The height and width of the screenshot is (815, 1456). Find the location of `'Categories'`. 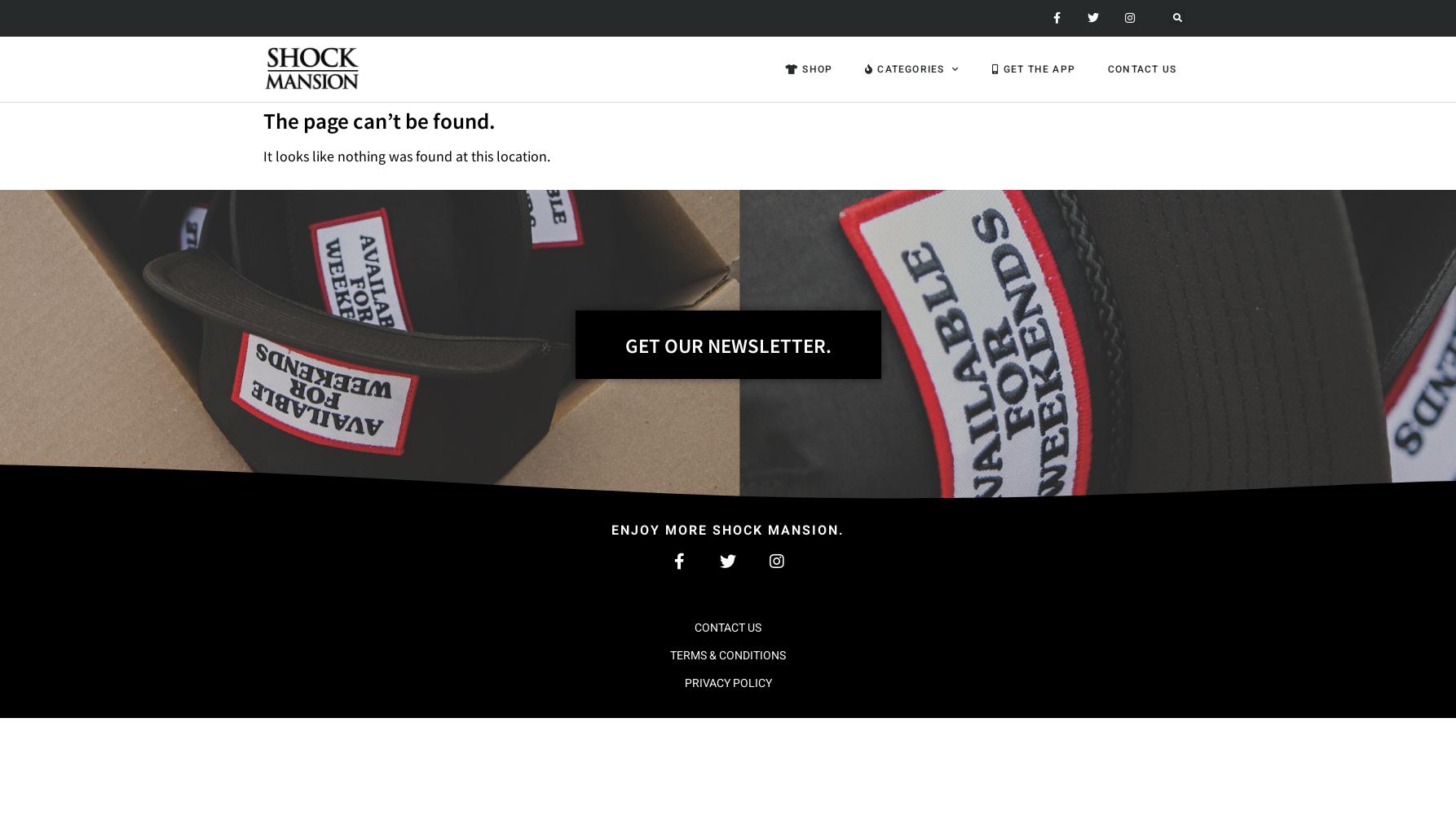

'Categories' is located at coordinates (909, 68).